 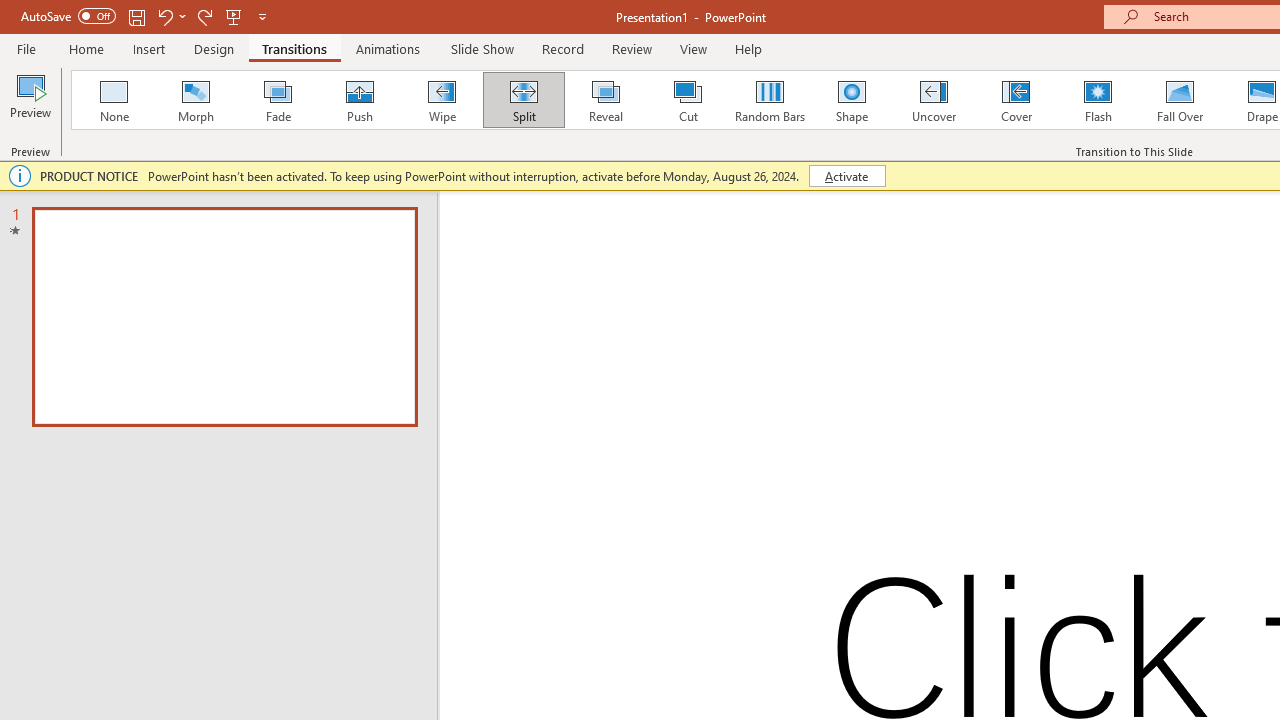 I want to click on 'Cover', so click(x=1016, y=100).